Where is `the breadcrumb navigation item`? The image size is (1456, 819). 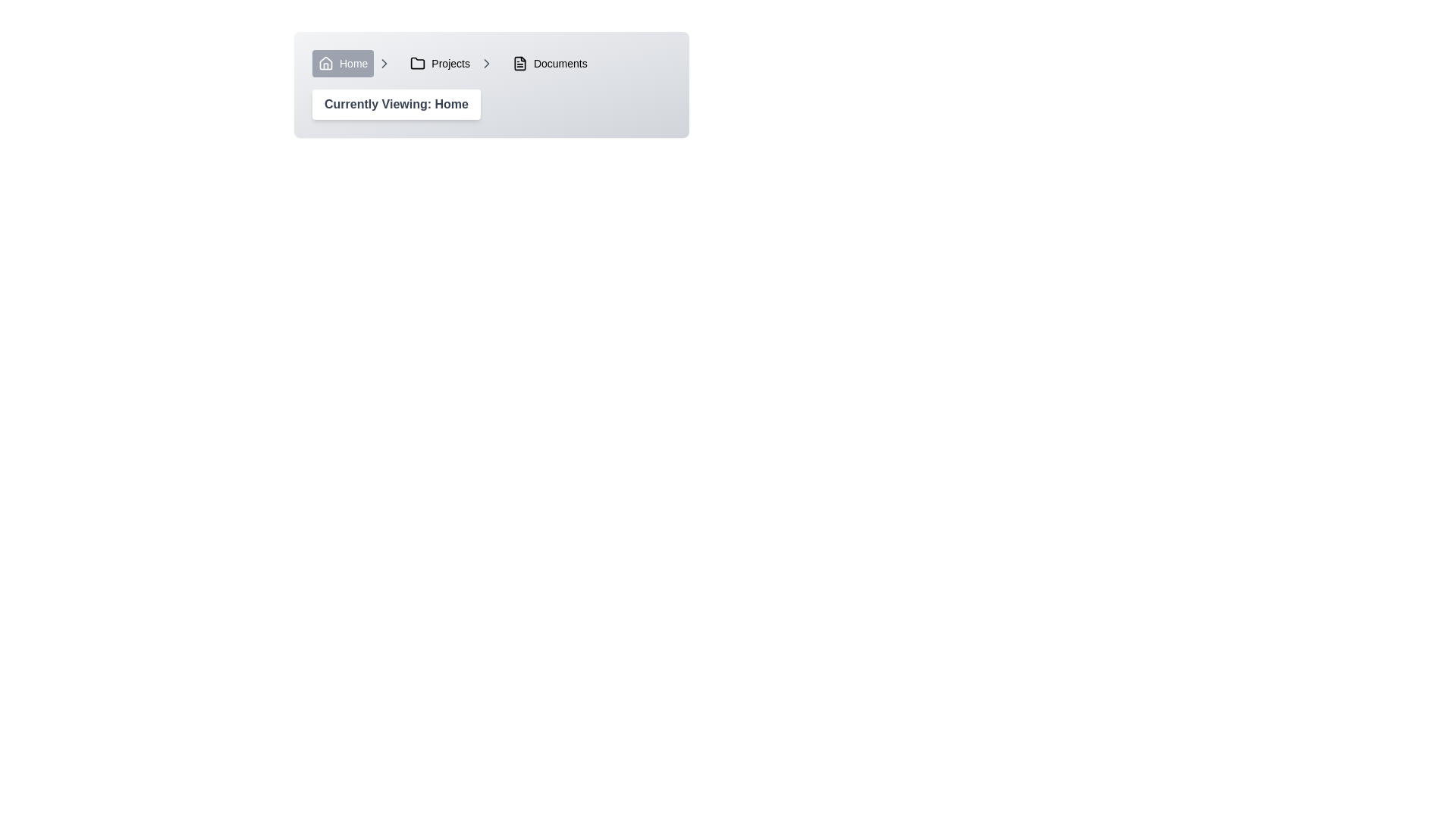 the breadcrumb navigation item is located at coordinates (491, 63).